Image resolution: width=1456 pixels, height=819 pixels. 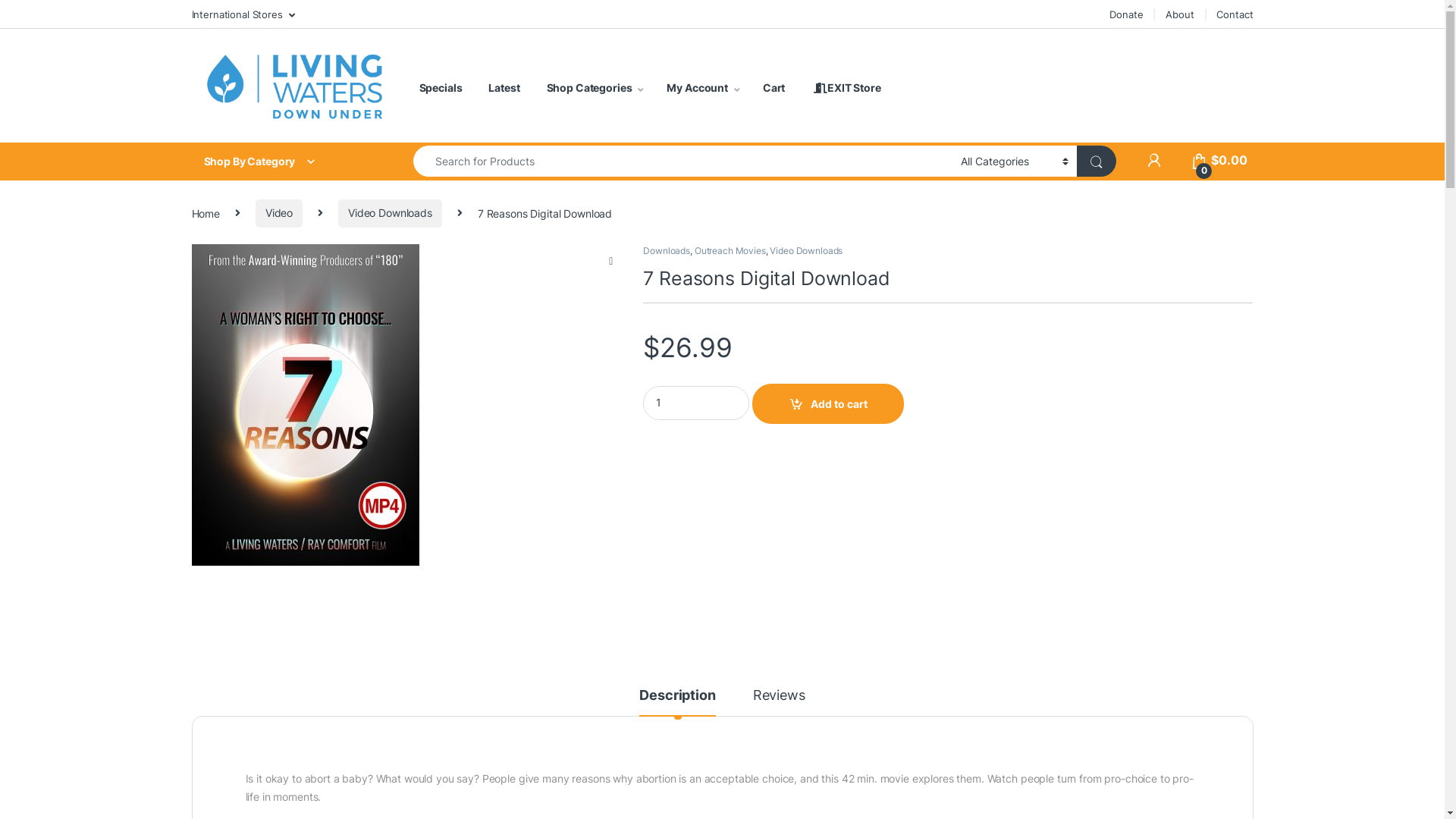 I want to click on '0, so click(x=1219, y=161).